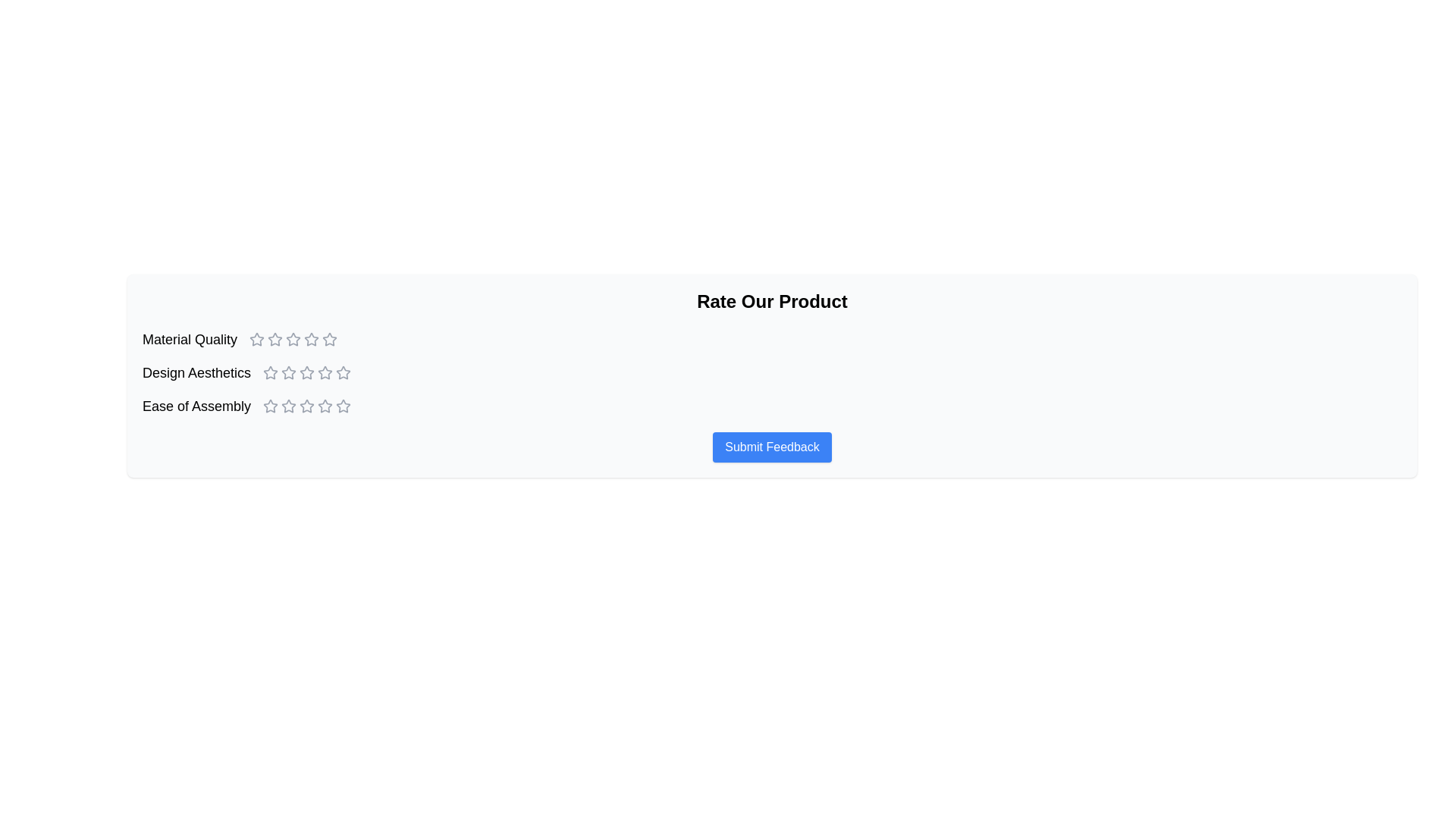  What do you see at coordinates (329, 338) in the screenshot?
I see `the last outlined gray star icon in the rating system labeled 'Material Quality' for interaction` at bounding box center [329, 338].